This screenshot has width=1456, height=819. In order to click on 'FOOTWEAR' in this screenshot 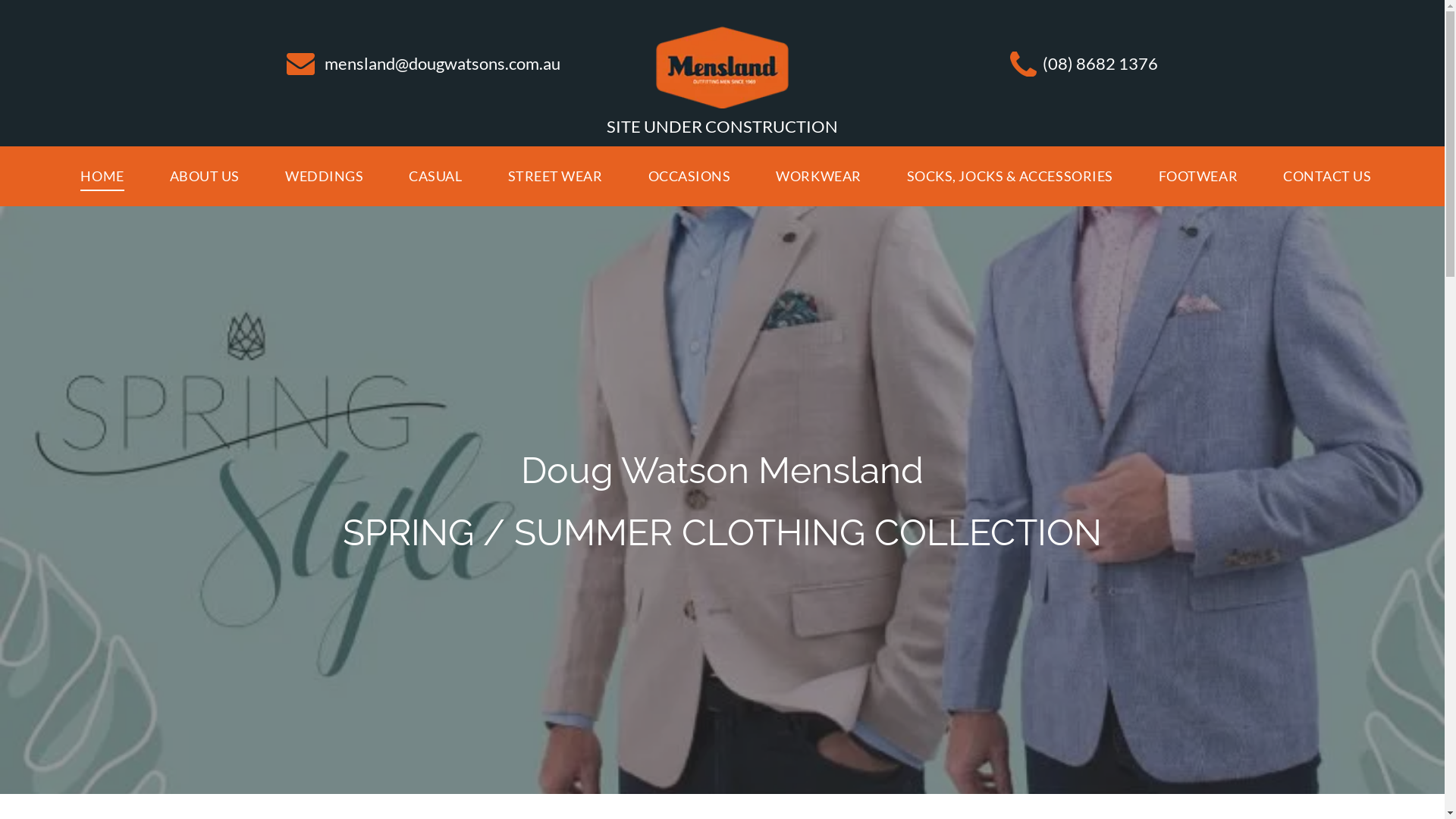, I will do `click(1197, 175)`.